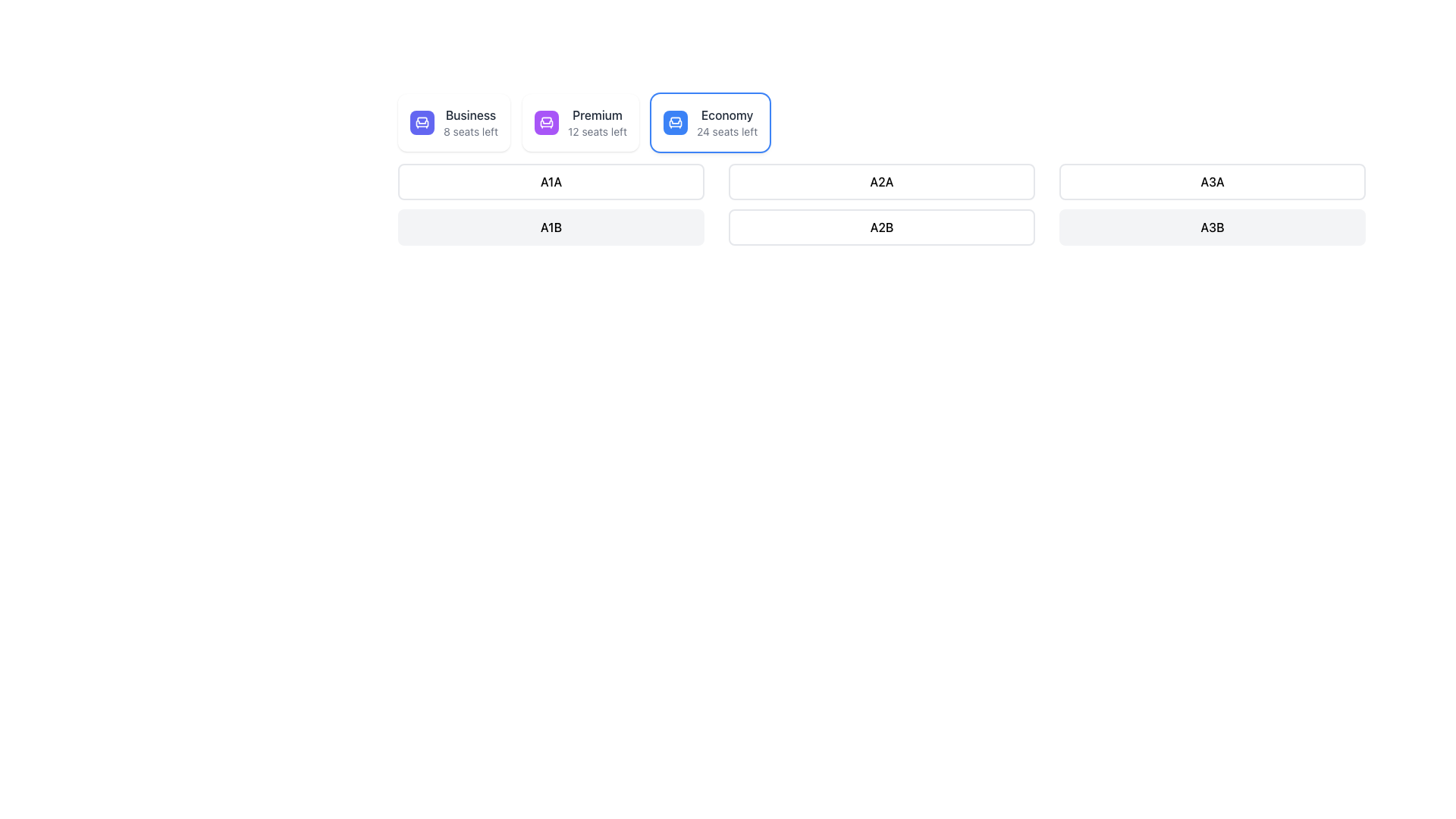  Describe the element at coordinates (726, 122) in the screenshot. I see `the descriptive text label element that displays 'Economy' and '24 seats left' located in the Economy tab` at that location.